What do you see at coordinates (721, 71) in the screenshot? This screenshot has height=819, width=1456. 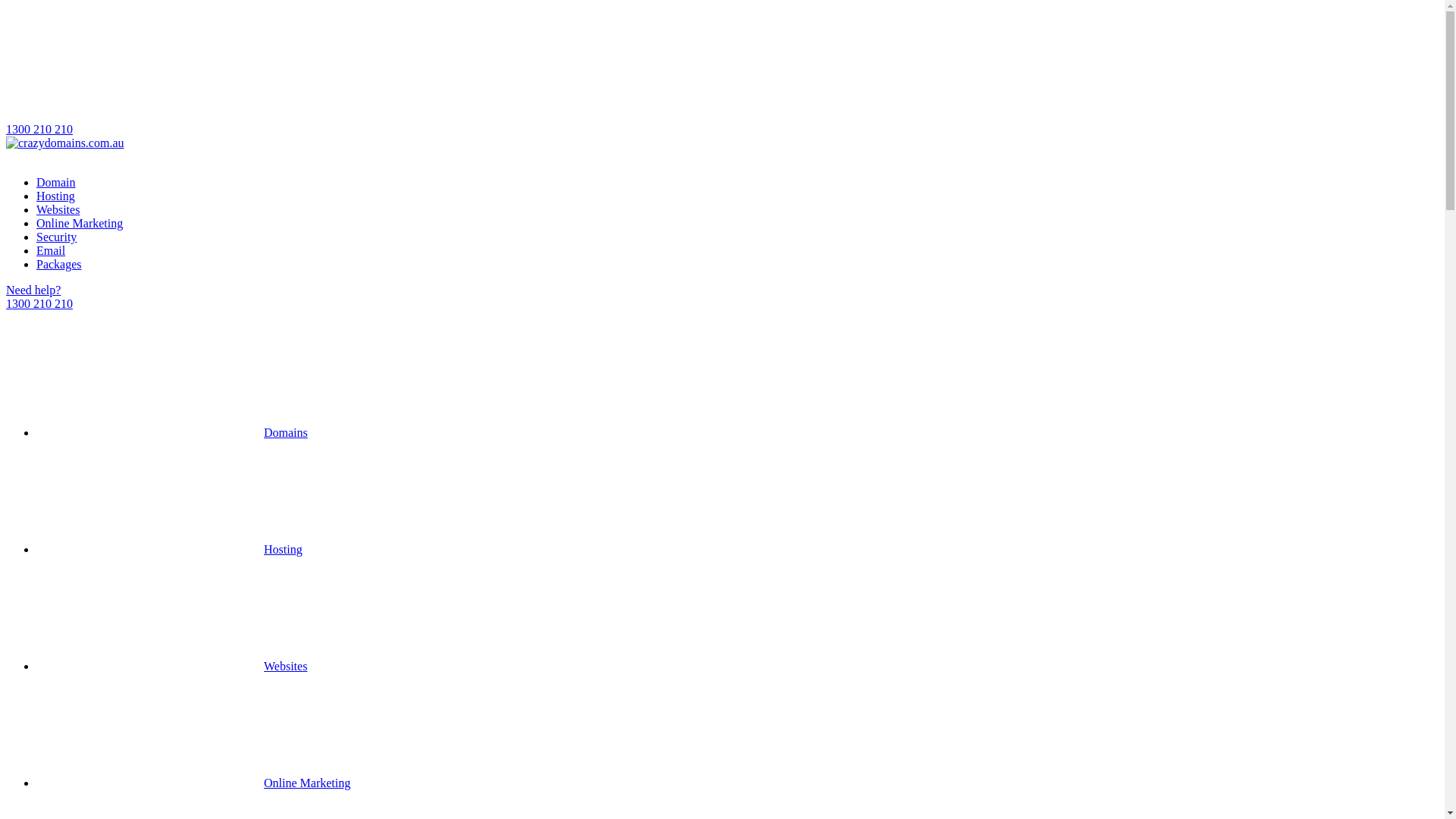 I see `'1300 210 210'` at bounding box center [721, 71].